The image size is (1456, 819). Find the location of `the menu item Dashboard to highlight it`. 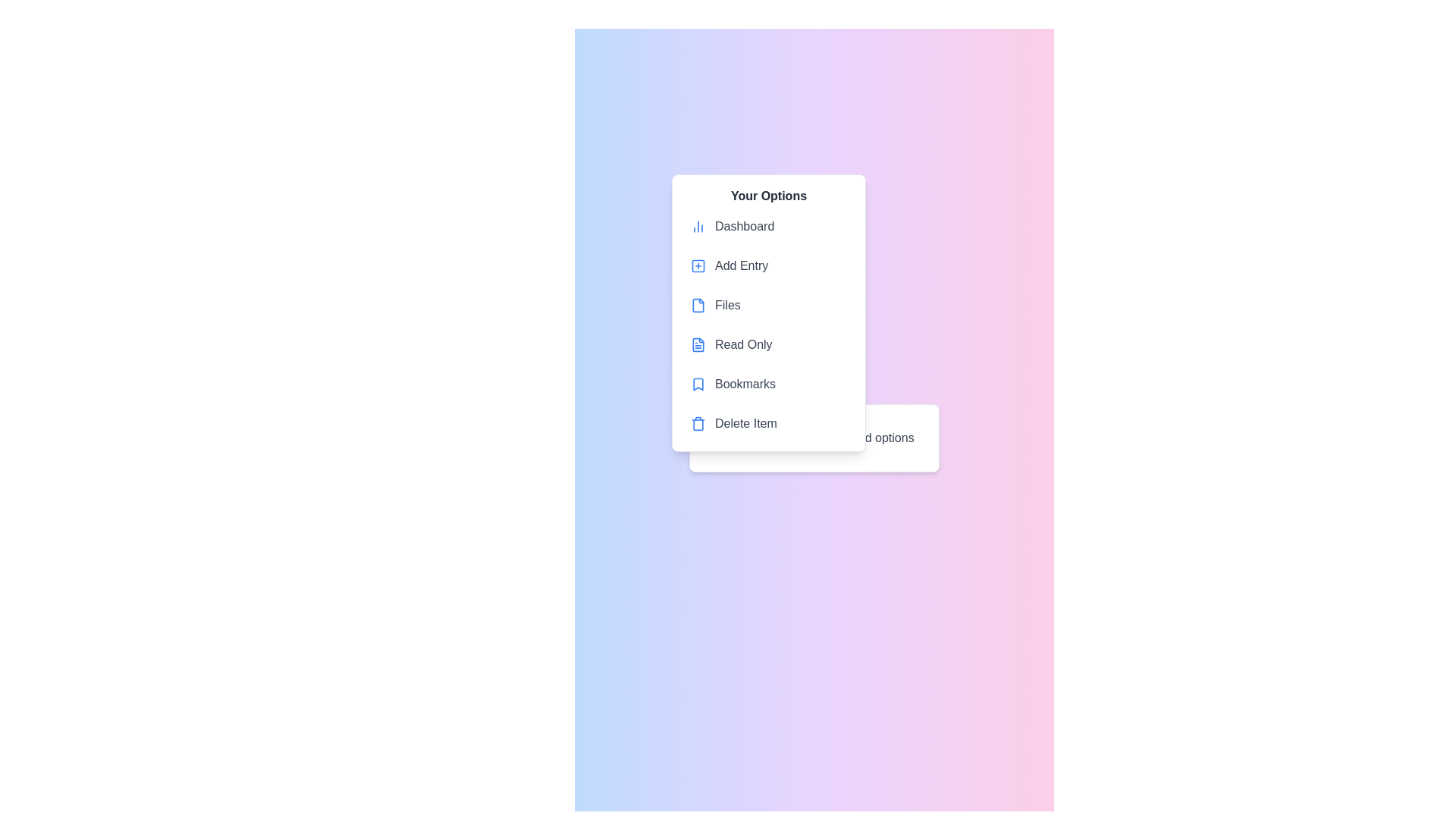

the menu item Dashboard to highlight it is located at coordinates (768, 227).